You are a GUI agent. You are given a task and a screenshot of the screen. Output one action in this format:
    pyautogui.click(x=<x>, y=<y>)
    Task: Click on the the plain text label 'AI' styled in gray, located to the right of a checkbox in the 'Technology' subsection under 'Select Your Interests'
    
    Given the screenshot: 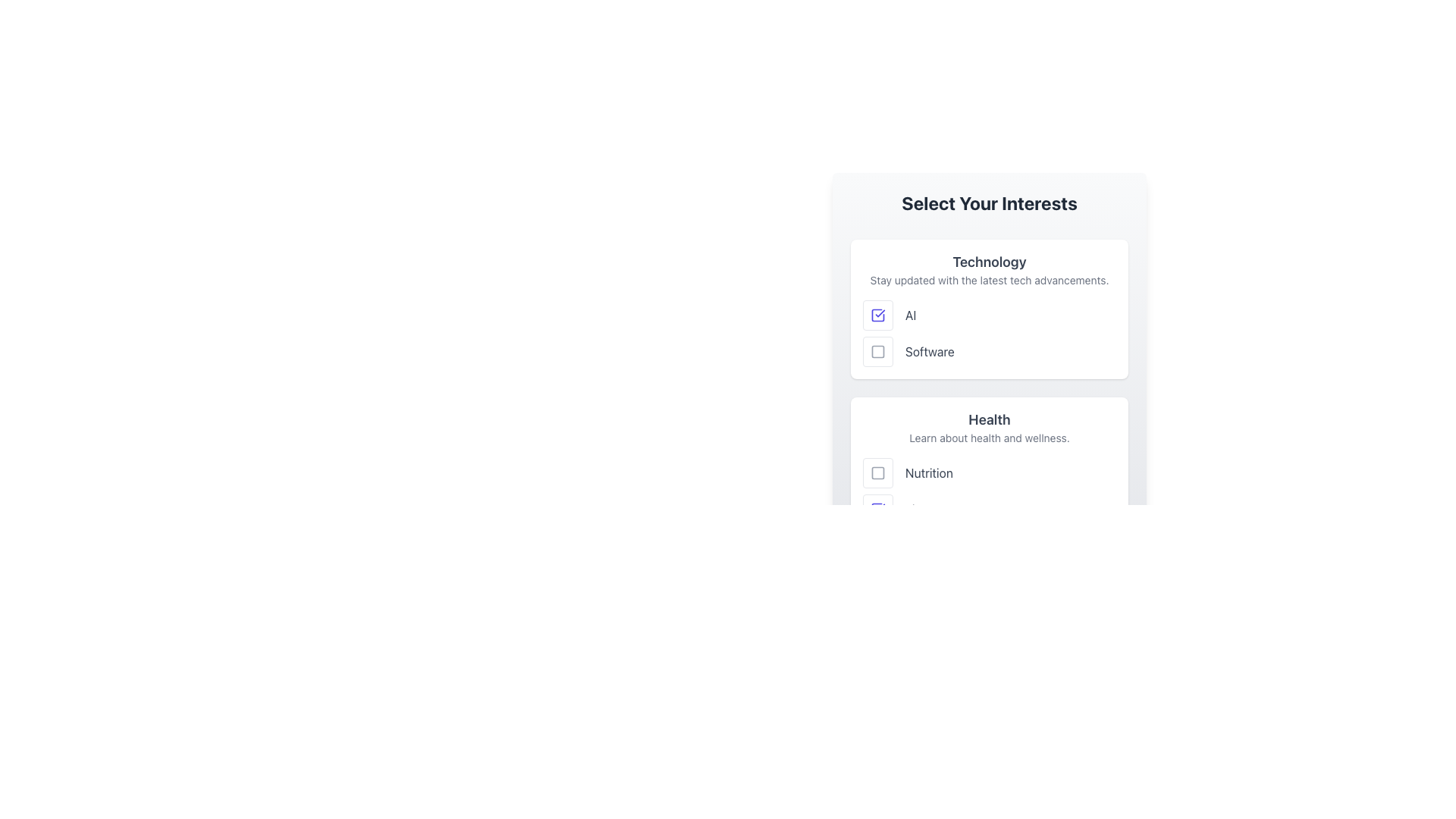 What is the action you would take?
    pyautogui.click(x=910, y=315)
    